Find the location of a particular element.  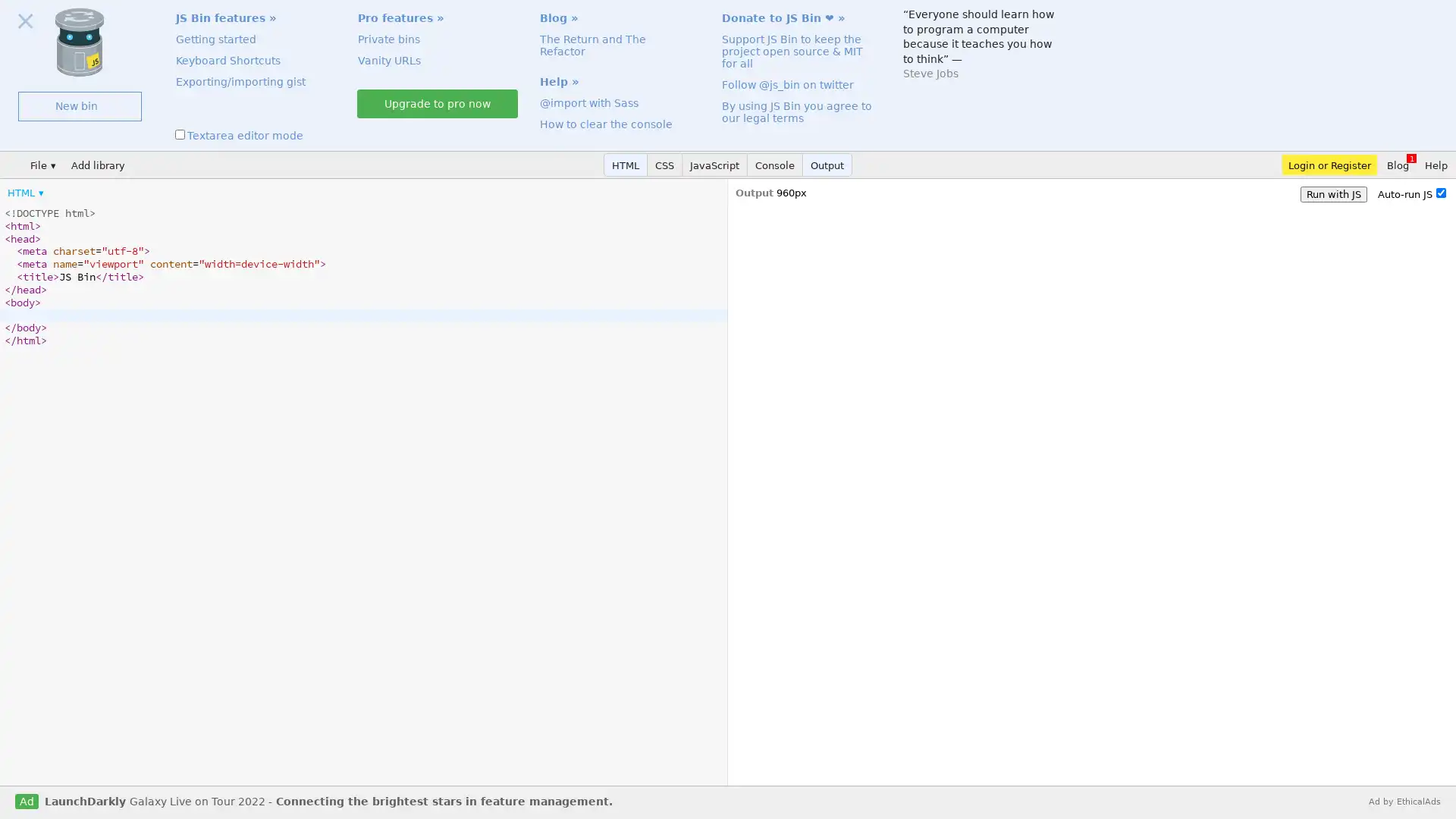

HTML Panel: Active is located at coordinates (626, 165).